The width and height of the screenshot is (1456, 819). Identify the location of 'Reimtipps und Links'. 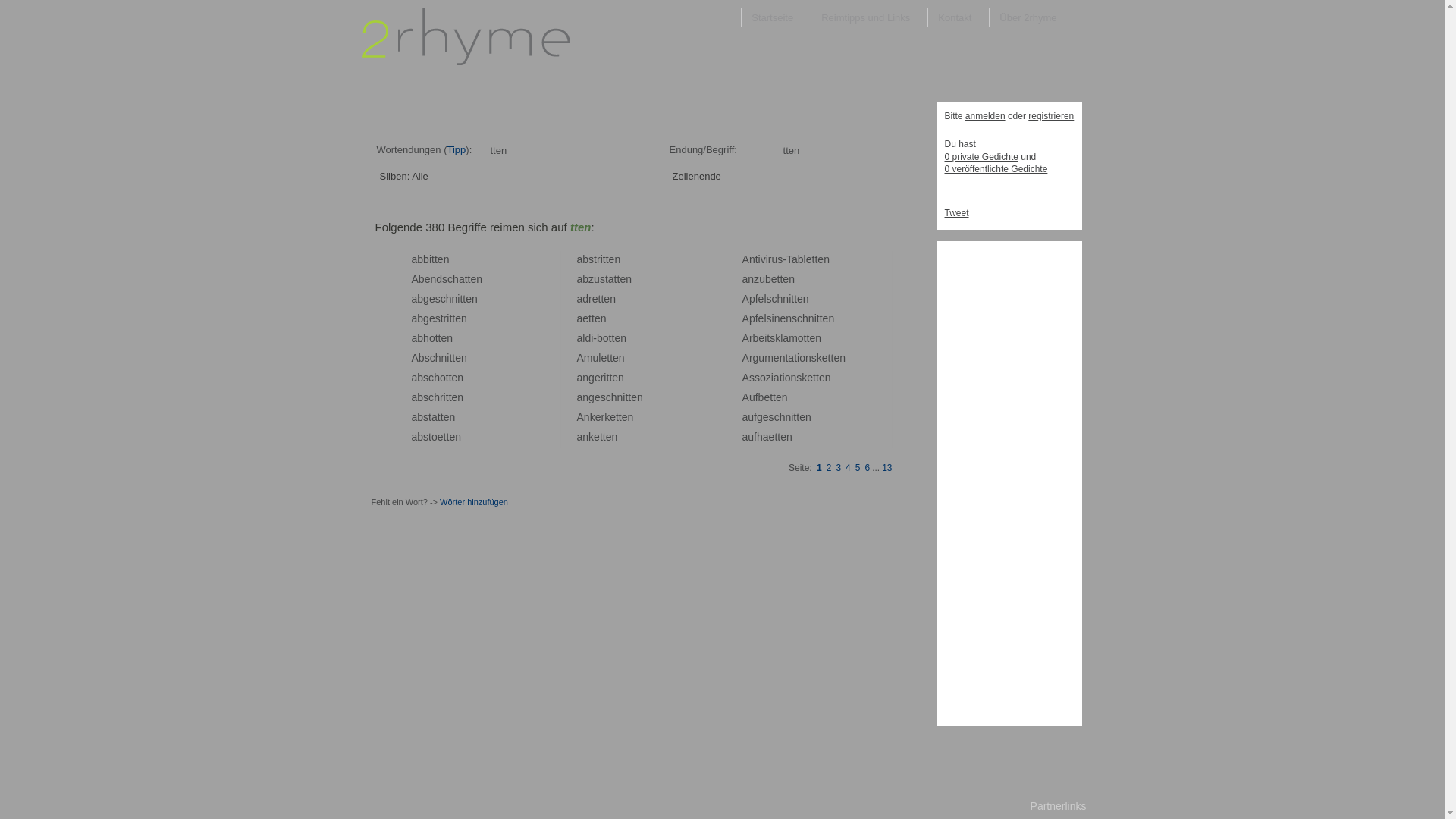
(869, 17).